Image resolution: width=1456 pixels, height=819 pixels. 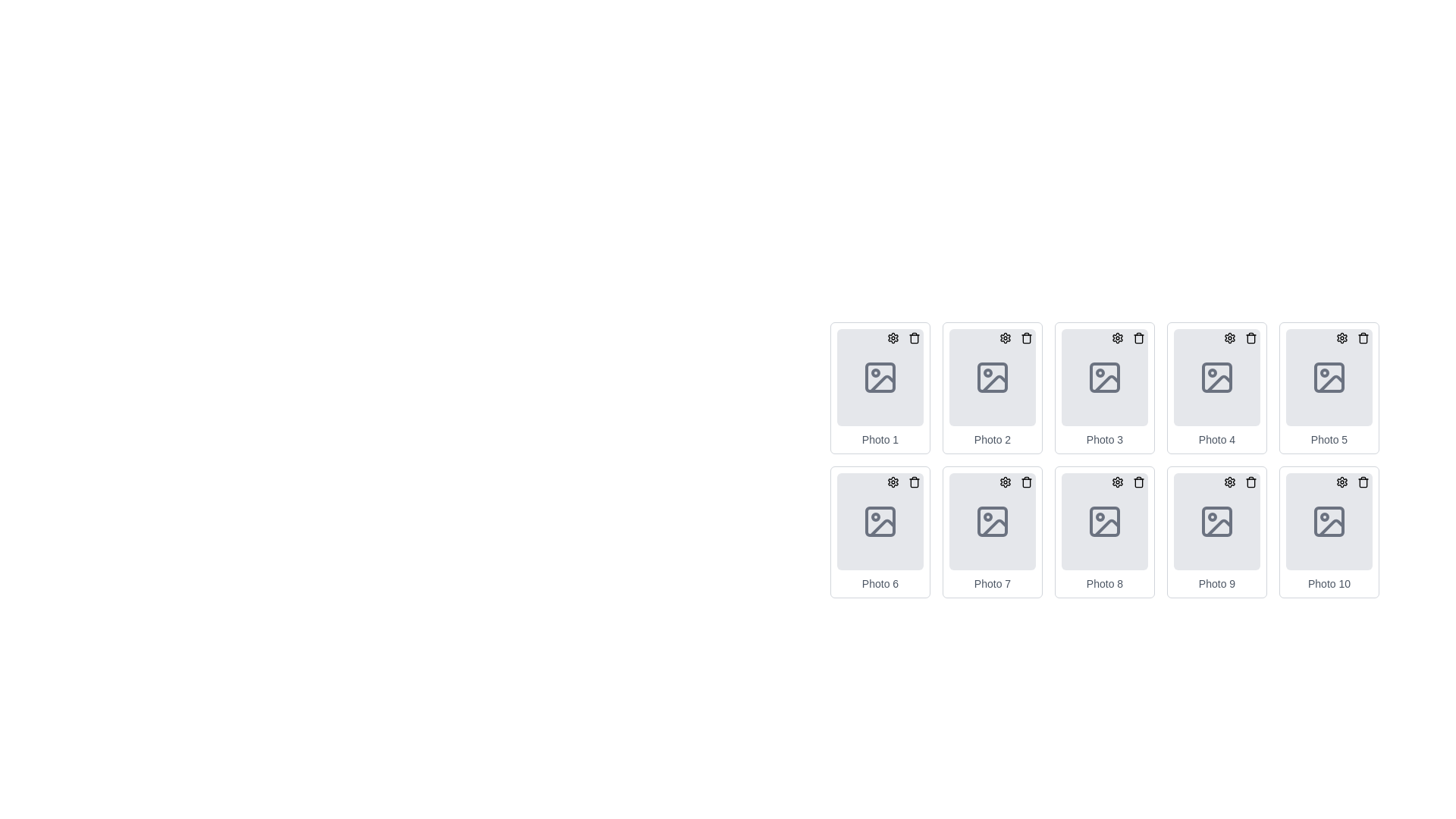 What do you see at coordinates (1106, 526) in the screenshot?
I see `the decorative icon located in the eighth photo frame of the second row in a 5-column grid` at bounding box center [1106, 526].